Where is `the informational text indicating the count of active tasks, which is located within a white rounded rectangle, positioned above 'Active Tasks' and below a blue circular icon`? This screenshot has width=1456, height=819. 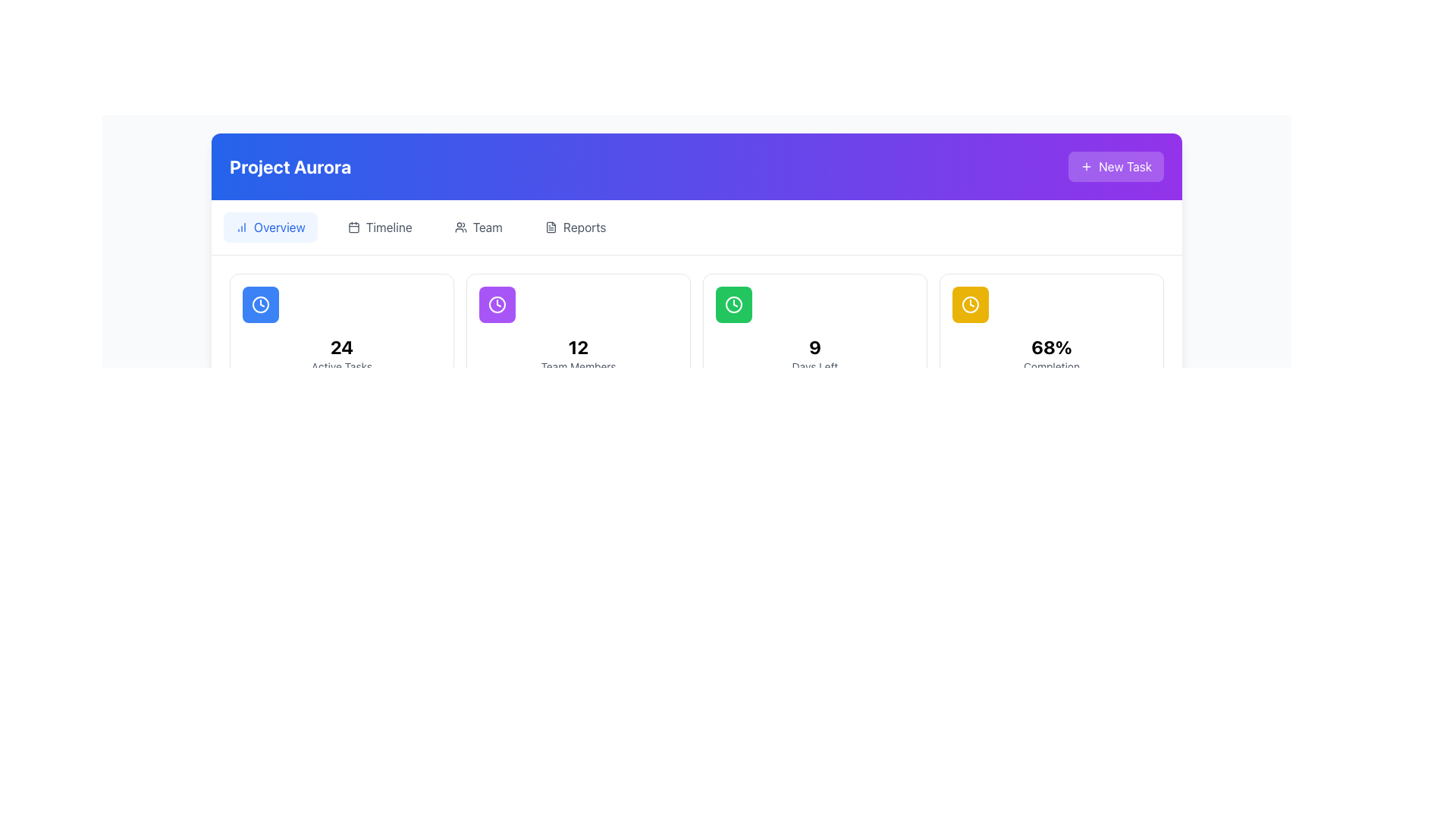 the informational text indicating the count of active tasks, which is located within a white rounded rectangle, positioned above 'Active Tasks' and below a blue circular icon is located at coordinates (341, 347).